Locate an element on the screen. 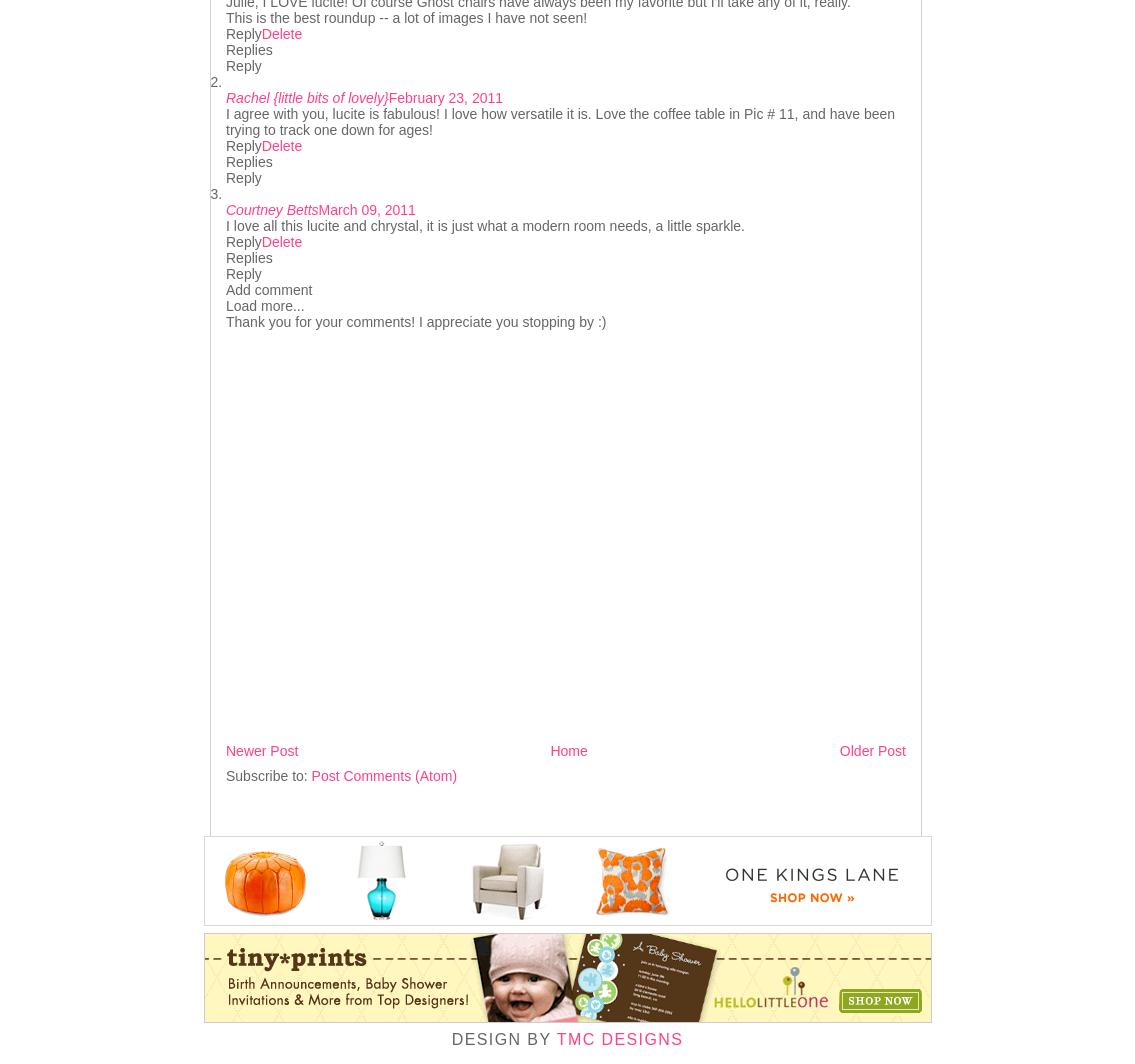  'DESIGN BY' is located at coordinates (502, 1038).